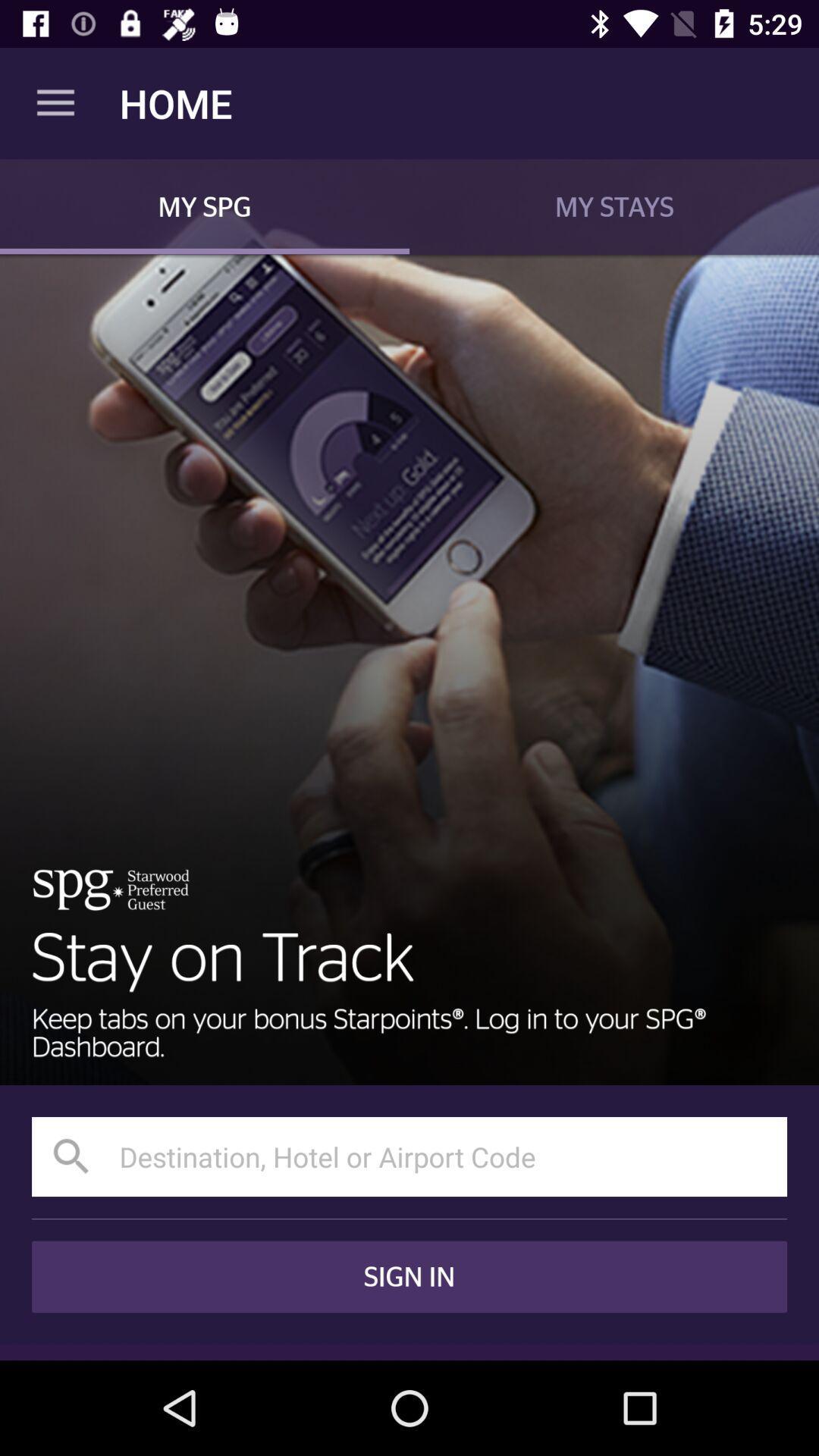  What do you see at coordinates (409, 1156) in the screenshot?
I see `item below the keep tabs on` at bounding box center [409, 1156].